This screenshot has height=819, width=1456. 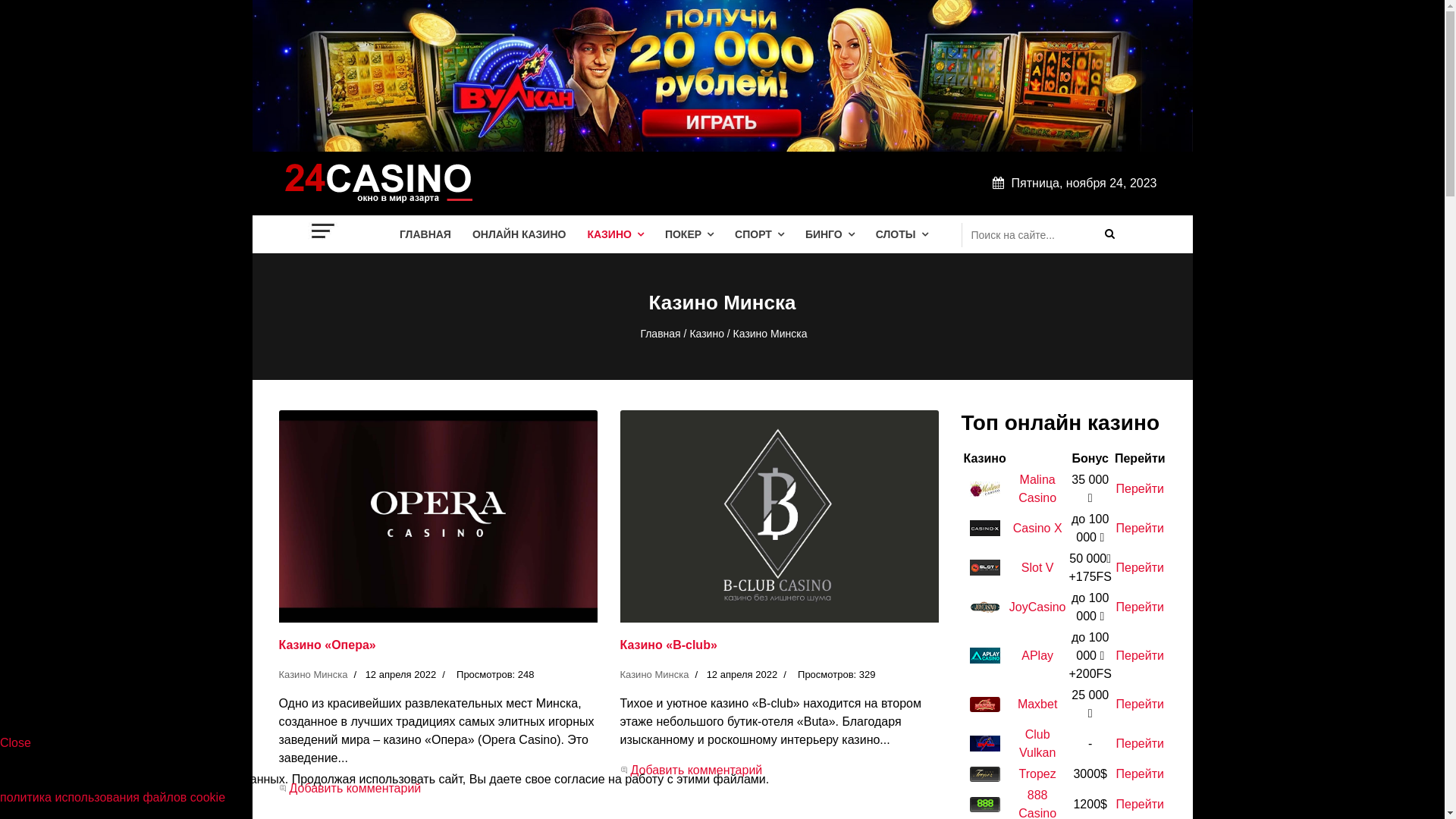 I want to click on 'Close', so click(x=15, y=742).